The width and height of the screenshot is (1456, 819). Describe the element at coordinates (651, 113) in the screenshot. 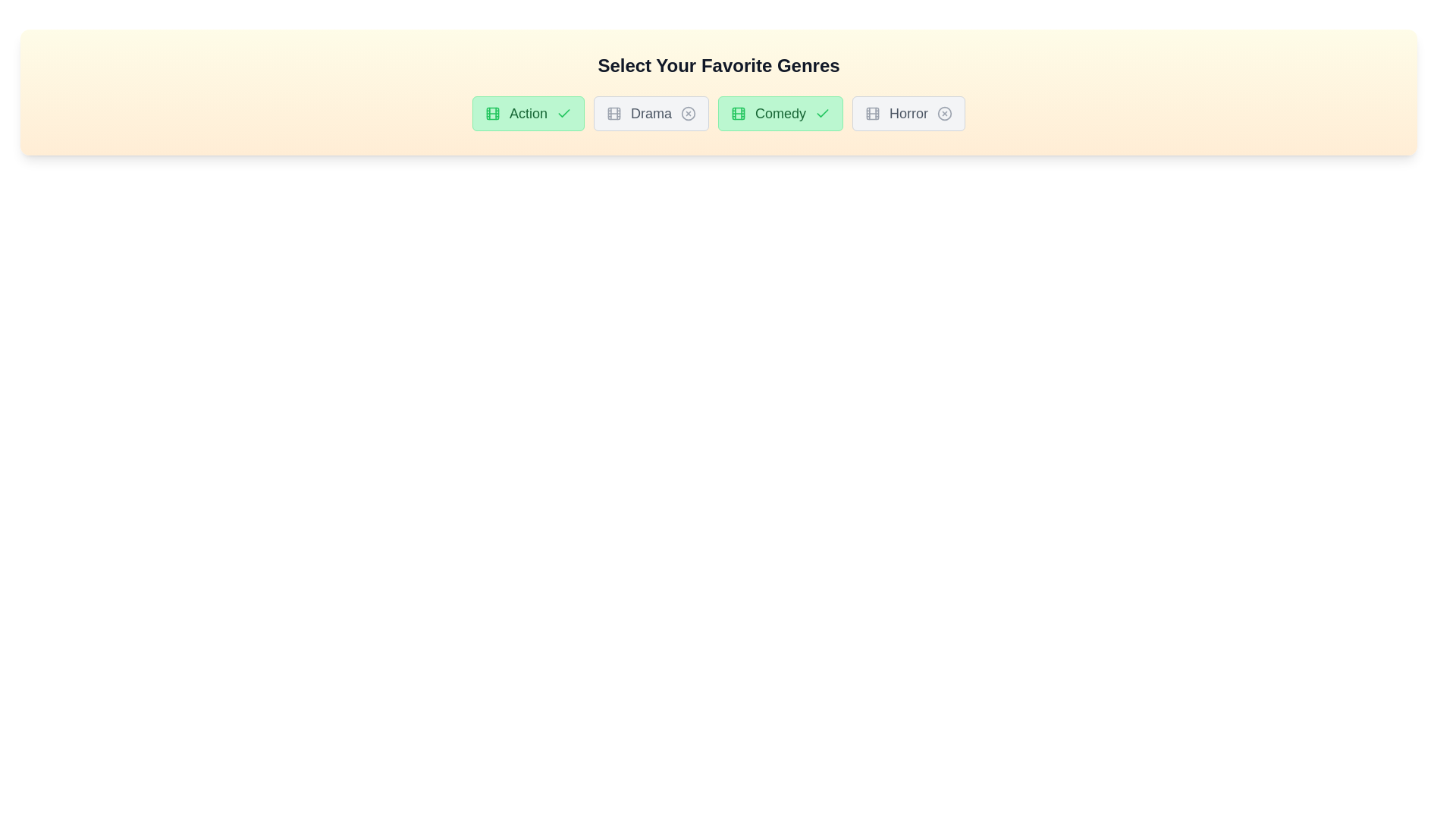

I see `the genre Drama` at that location.